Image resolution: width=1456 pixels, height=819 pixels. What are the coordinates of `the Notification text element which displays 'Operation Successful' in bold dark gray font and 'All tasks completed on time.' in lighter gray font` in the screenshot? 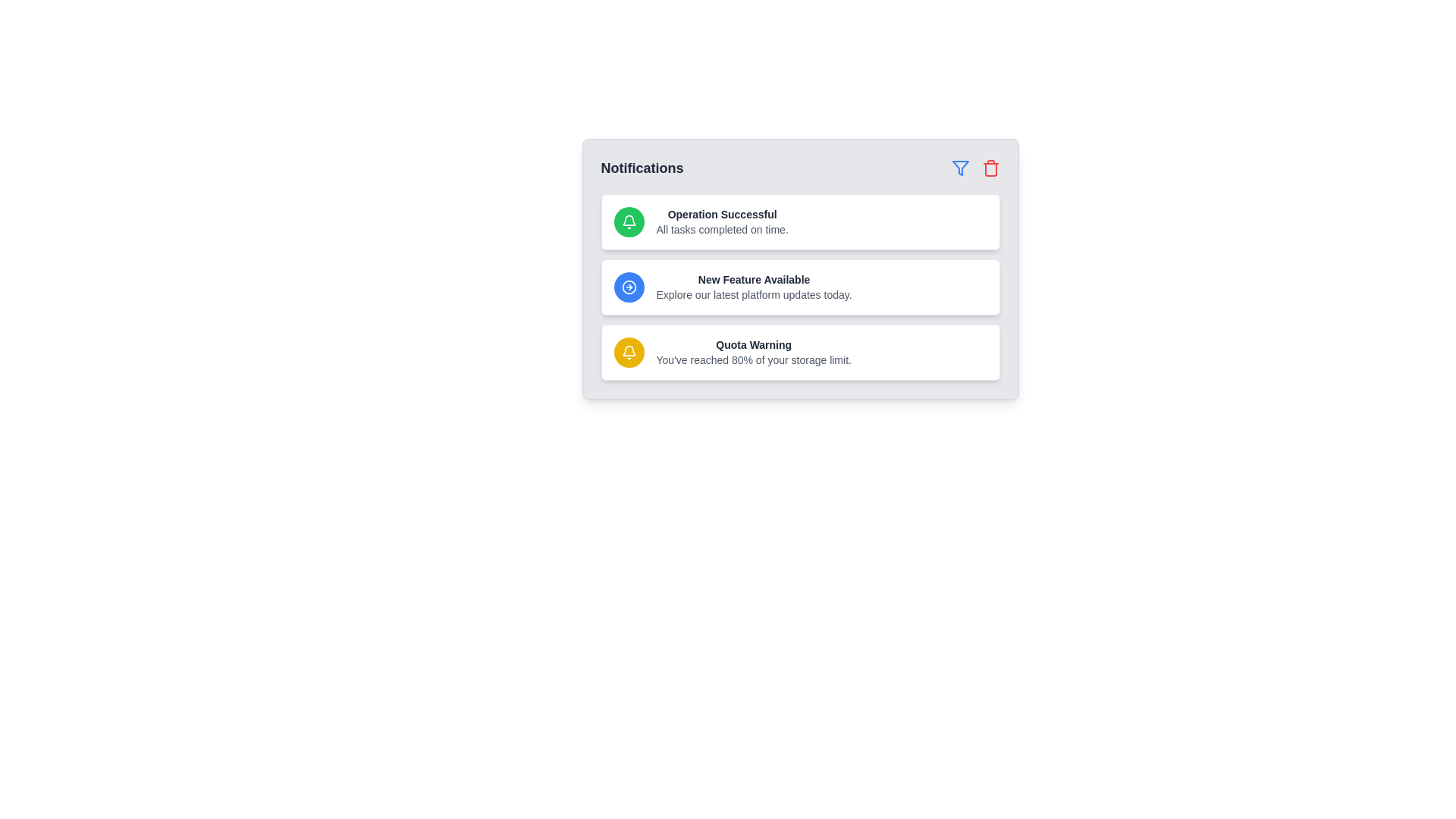 It's located at (721, 222).